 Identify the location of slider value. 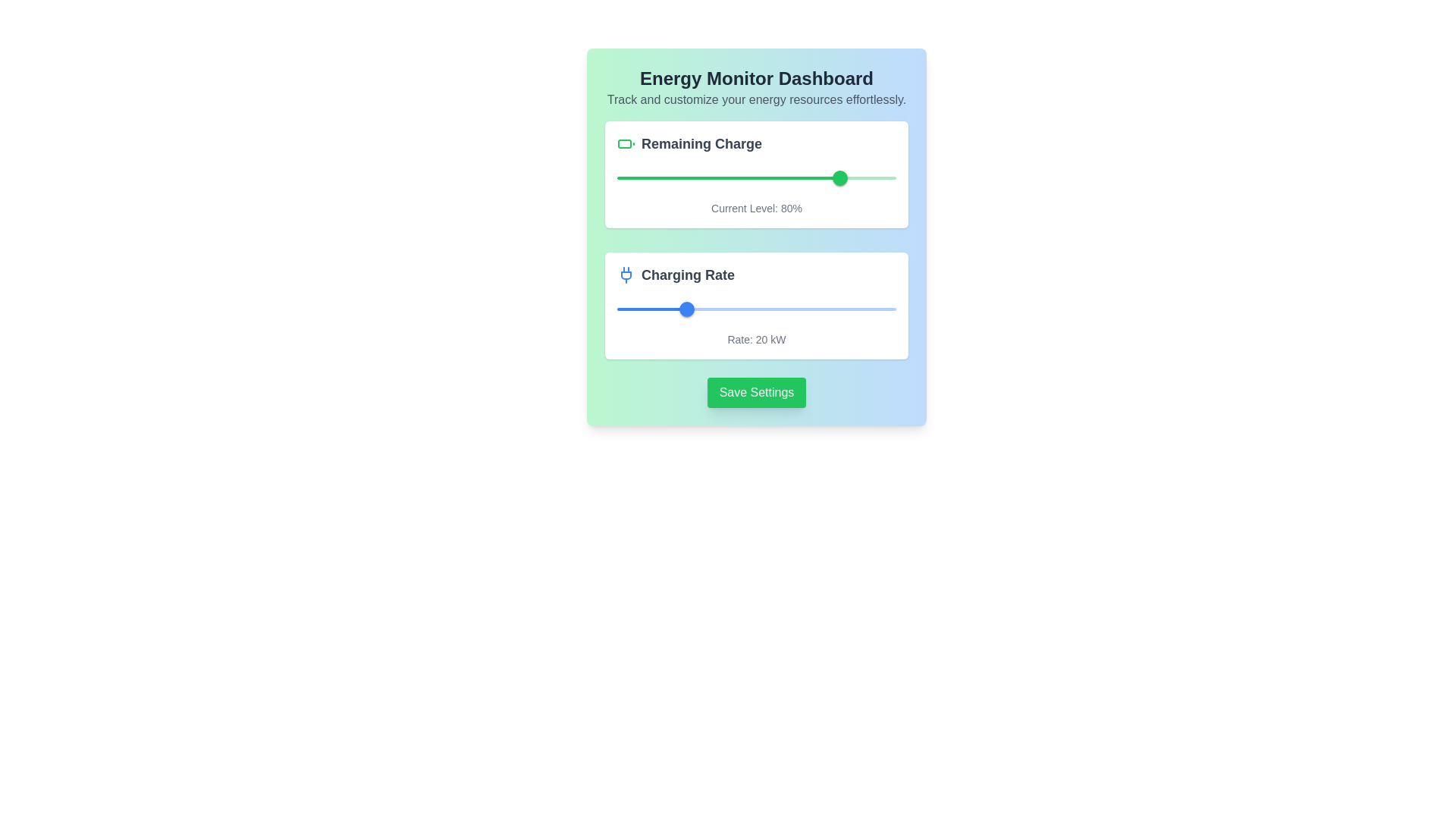
(664, 177).